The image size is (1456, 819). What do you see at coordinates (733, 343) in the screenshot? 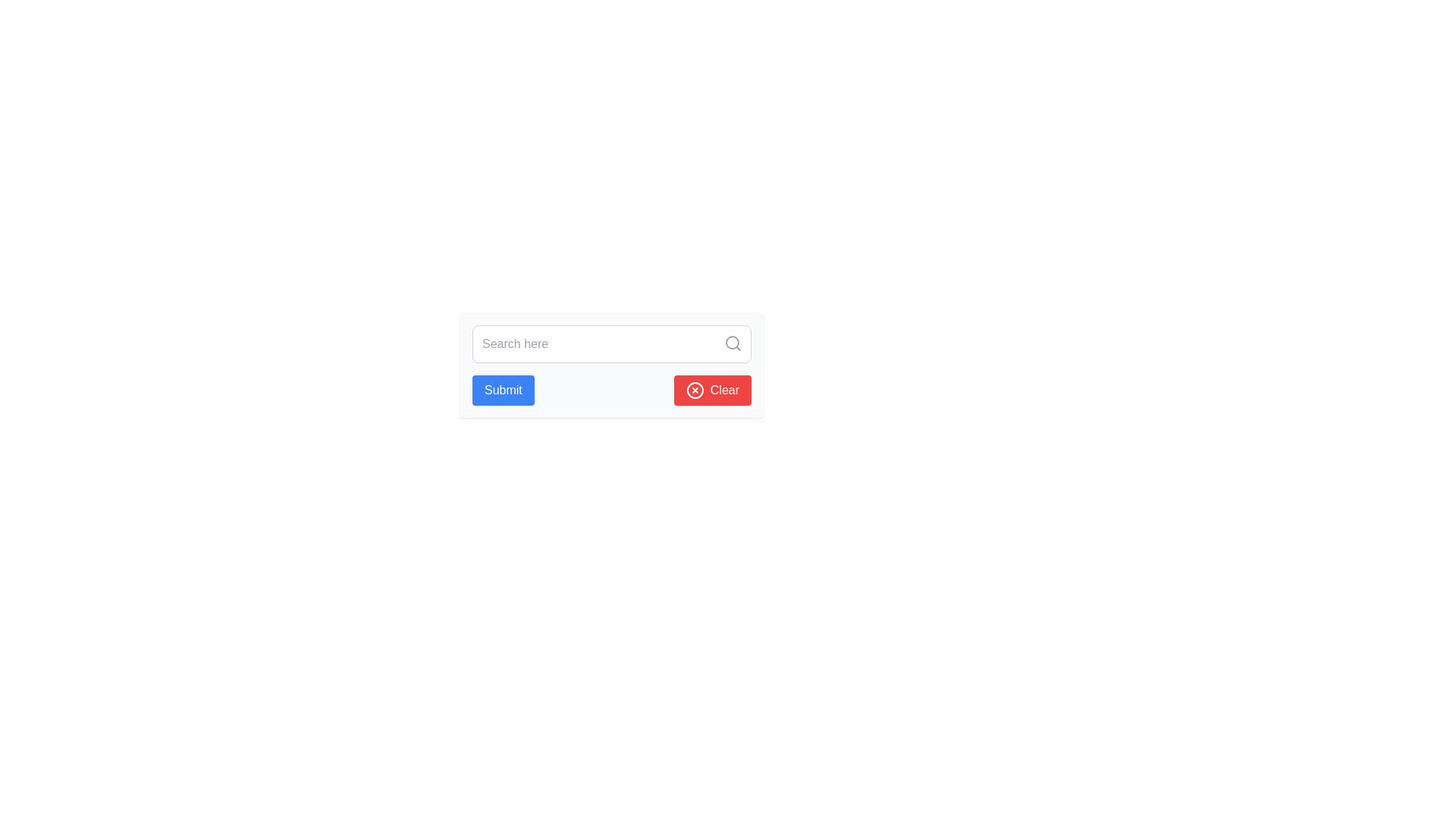
I see `the search icon styled as a magnifying glass, located towards the top-right corner of the search input area, to initiate a search` at bounding box center [733, 343].